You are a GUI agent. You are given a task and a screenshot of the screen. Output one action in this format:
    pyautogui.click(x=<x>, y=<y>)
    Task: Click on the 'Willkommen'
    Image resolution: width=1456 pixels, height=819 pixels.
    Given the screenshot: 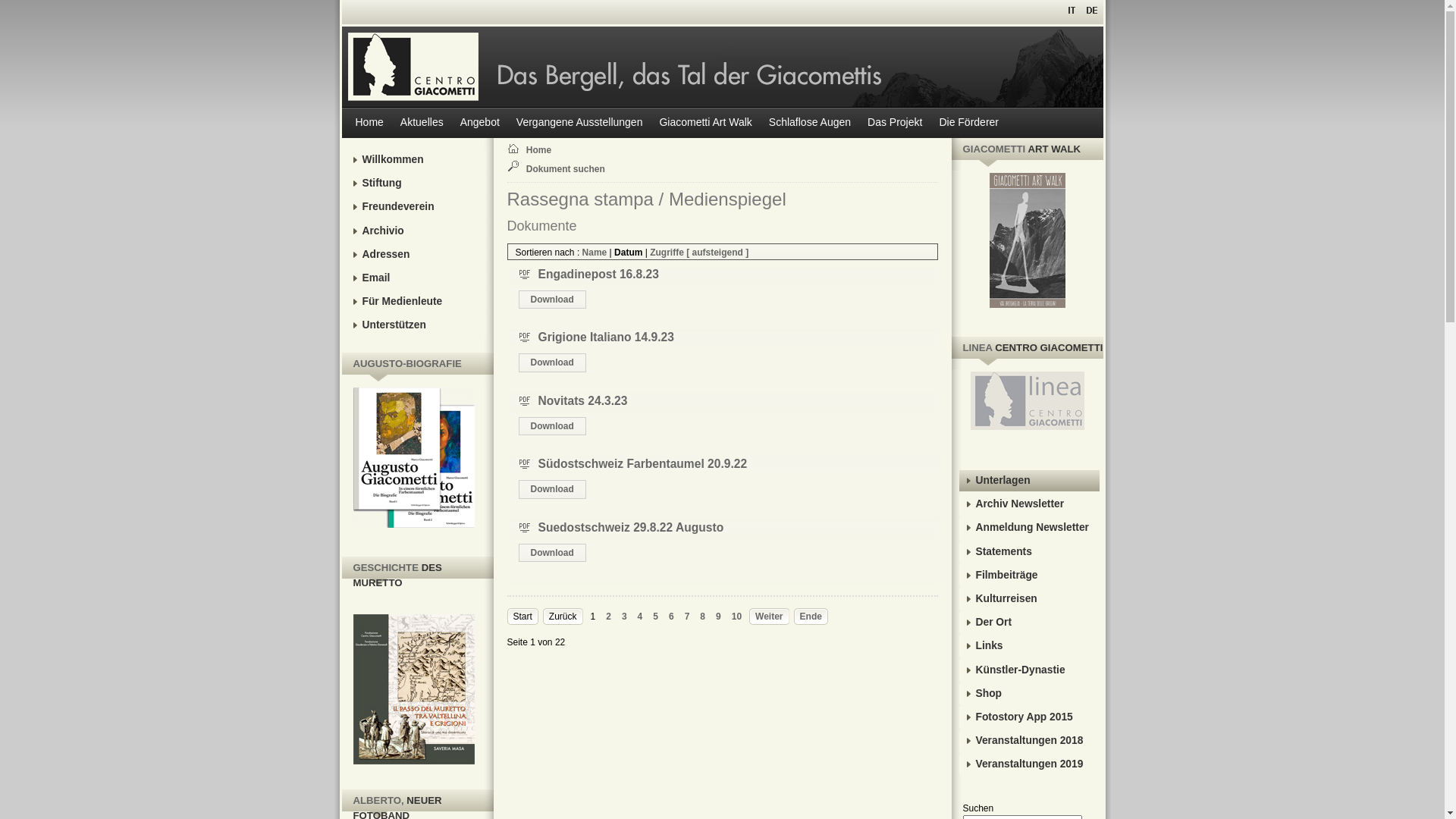 What is the action you would take?
    pyautogui.click(x=416, y=160)
    